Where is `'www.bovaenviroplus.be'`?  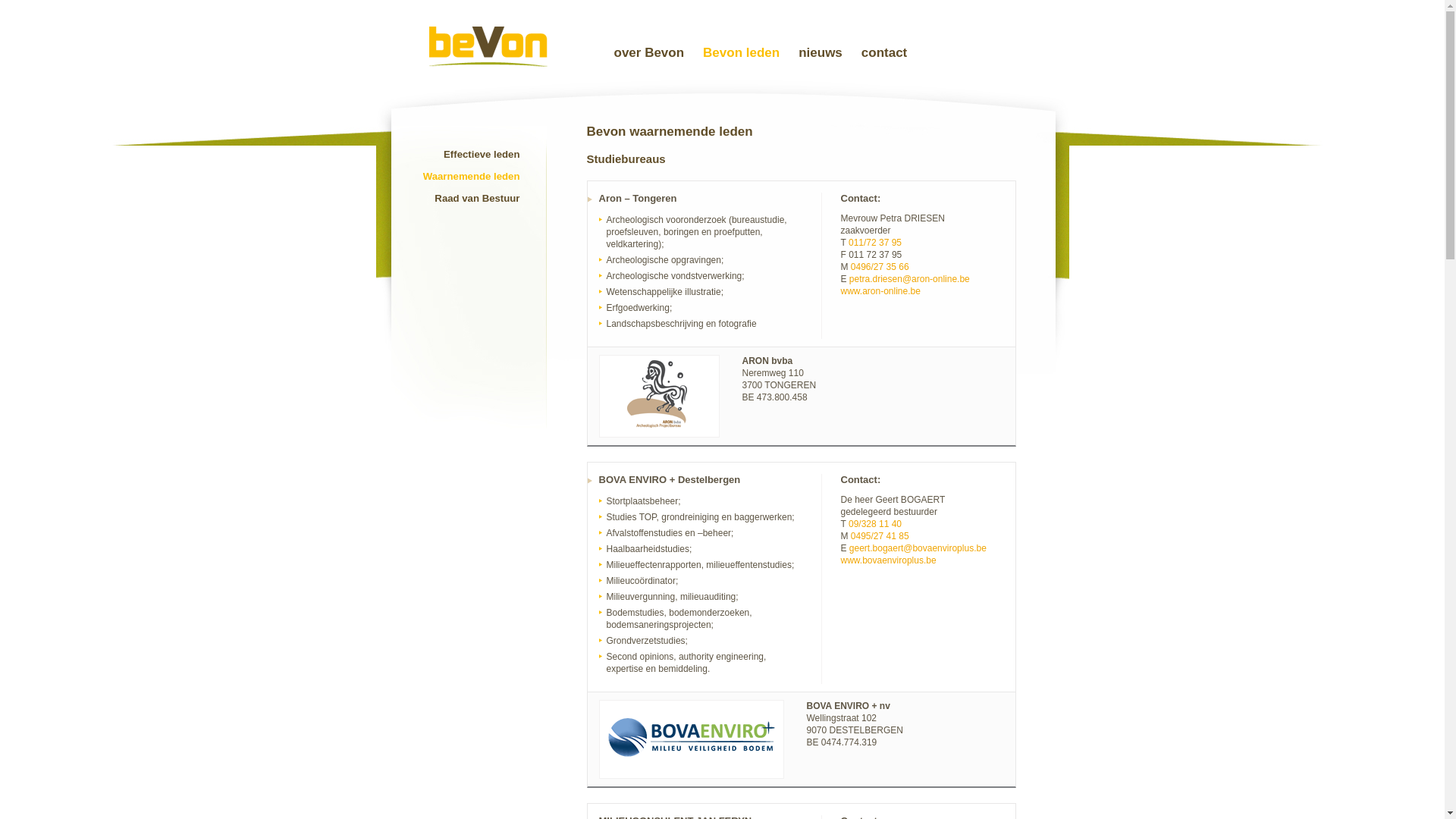 'www.bovaenviroplus.be' is located at coordinates (839, 560).